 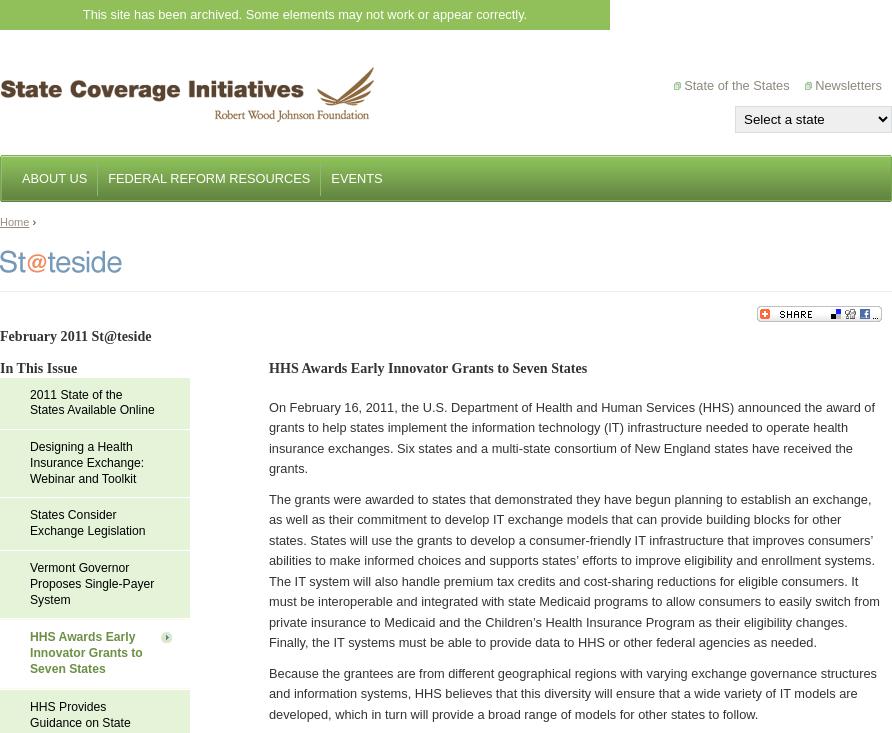 I want to click on 'Because the grantees are from different geographical regions with varying exchange governance structures and information systems, HHS believes that this diversity will ensure that a wide variety of IT models are developed, which in turn will provide a broad range of models for other states to follow.', so click(x=571, y=692).